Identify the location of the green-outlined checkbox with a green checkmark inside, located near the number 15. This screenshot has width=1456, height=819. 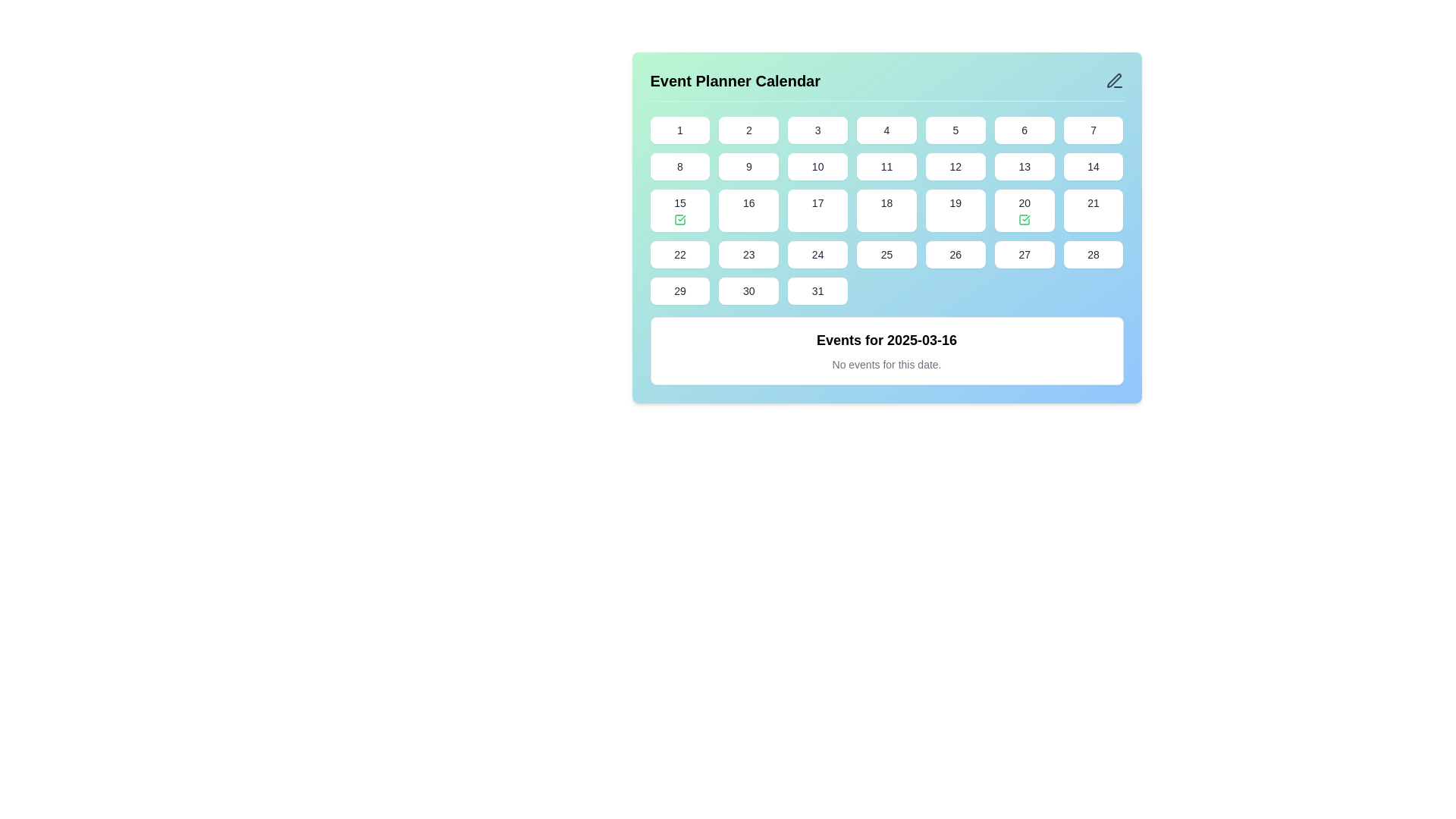
(679, 219).